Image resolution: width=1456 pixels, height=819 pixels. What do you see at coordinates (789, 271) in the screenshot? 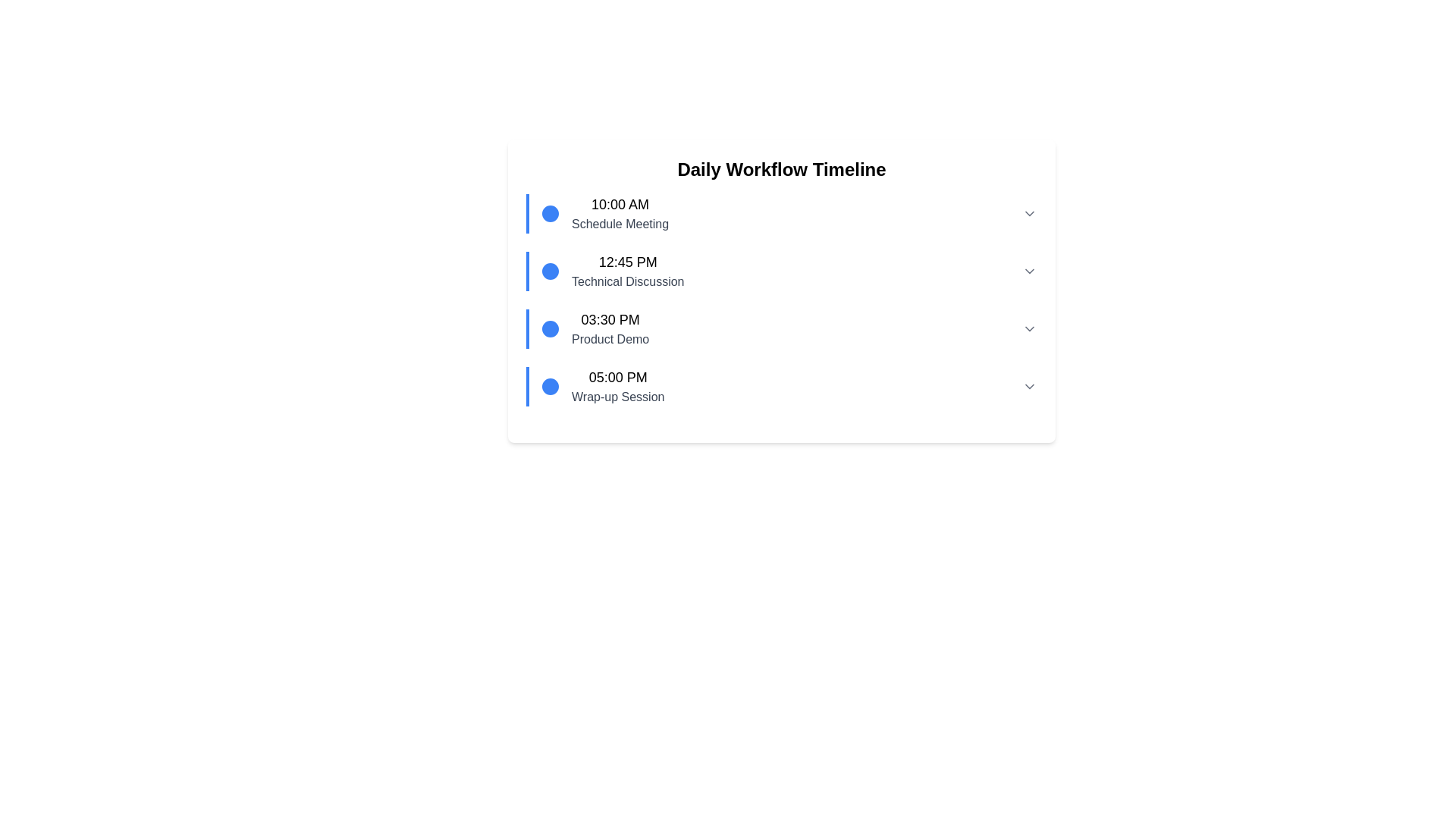
I see `the Expandable Timeline Item containing '12:45 PM Technical Discussion'` at bounding box center [789, 271].